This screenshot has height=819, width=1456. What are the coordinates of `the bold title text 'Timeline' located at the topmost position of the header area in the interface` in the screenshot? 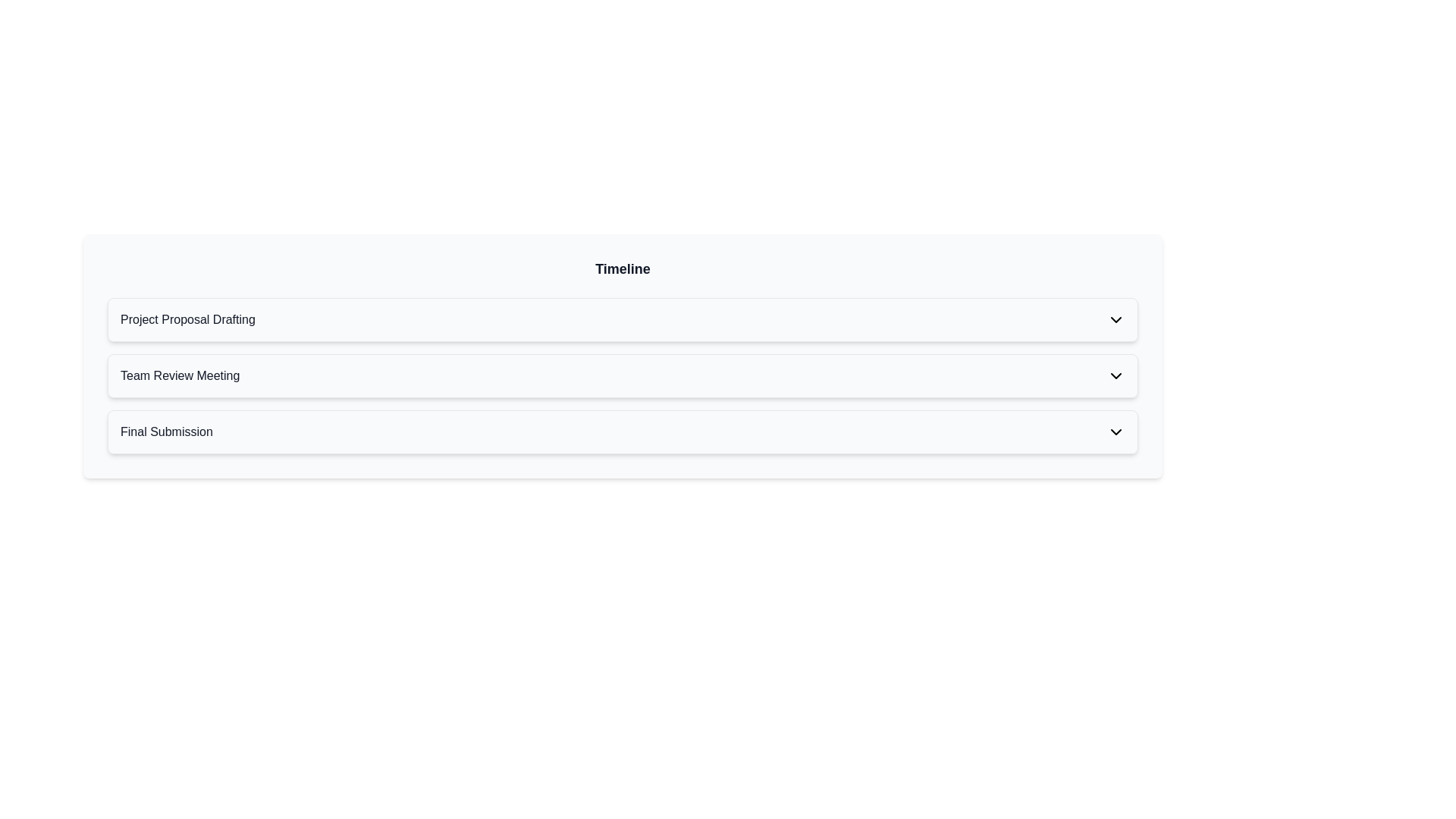 It's located at (623, 268).